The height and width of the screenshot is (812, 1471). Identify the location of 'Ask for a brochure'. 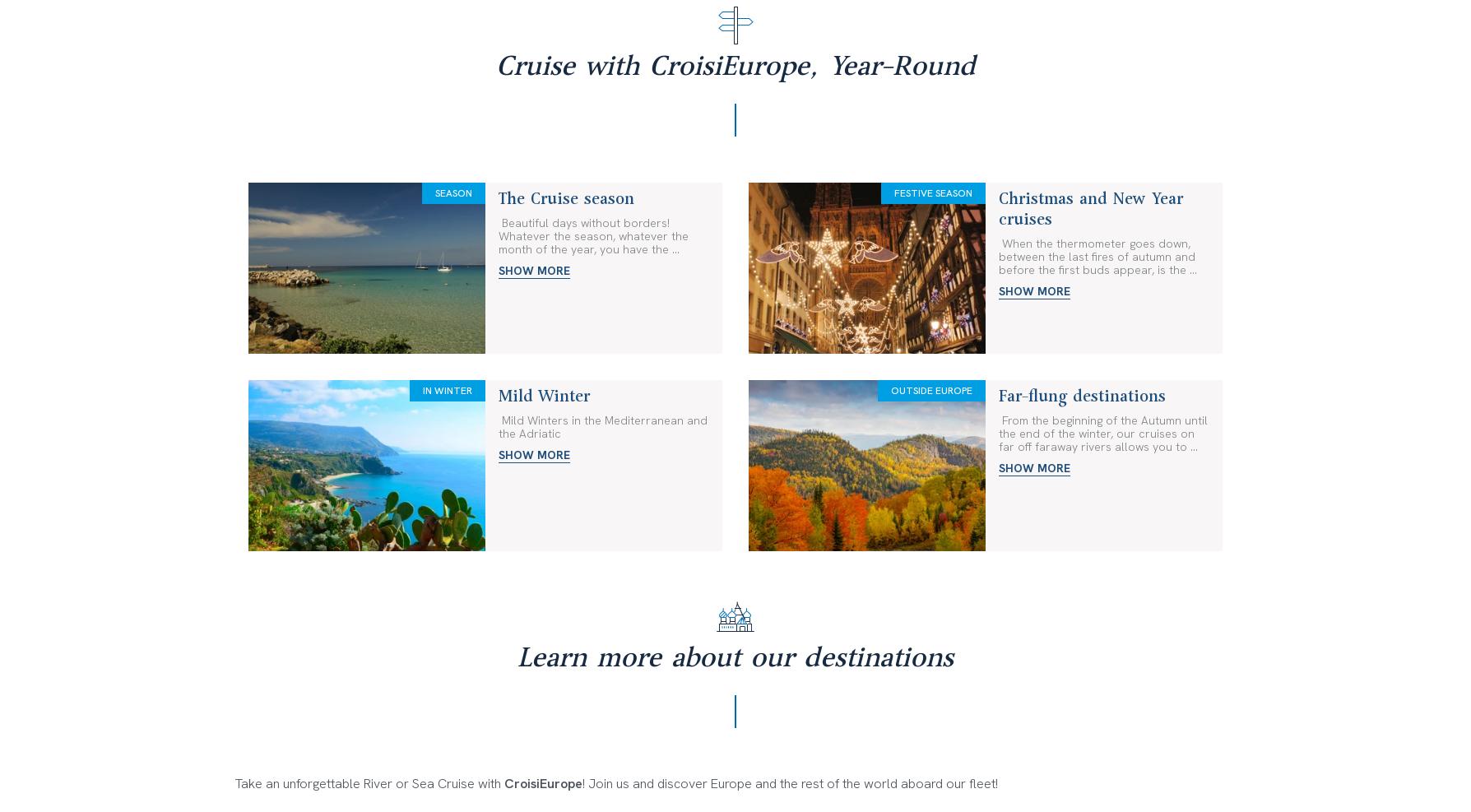
(875, 710).